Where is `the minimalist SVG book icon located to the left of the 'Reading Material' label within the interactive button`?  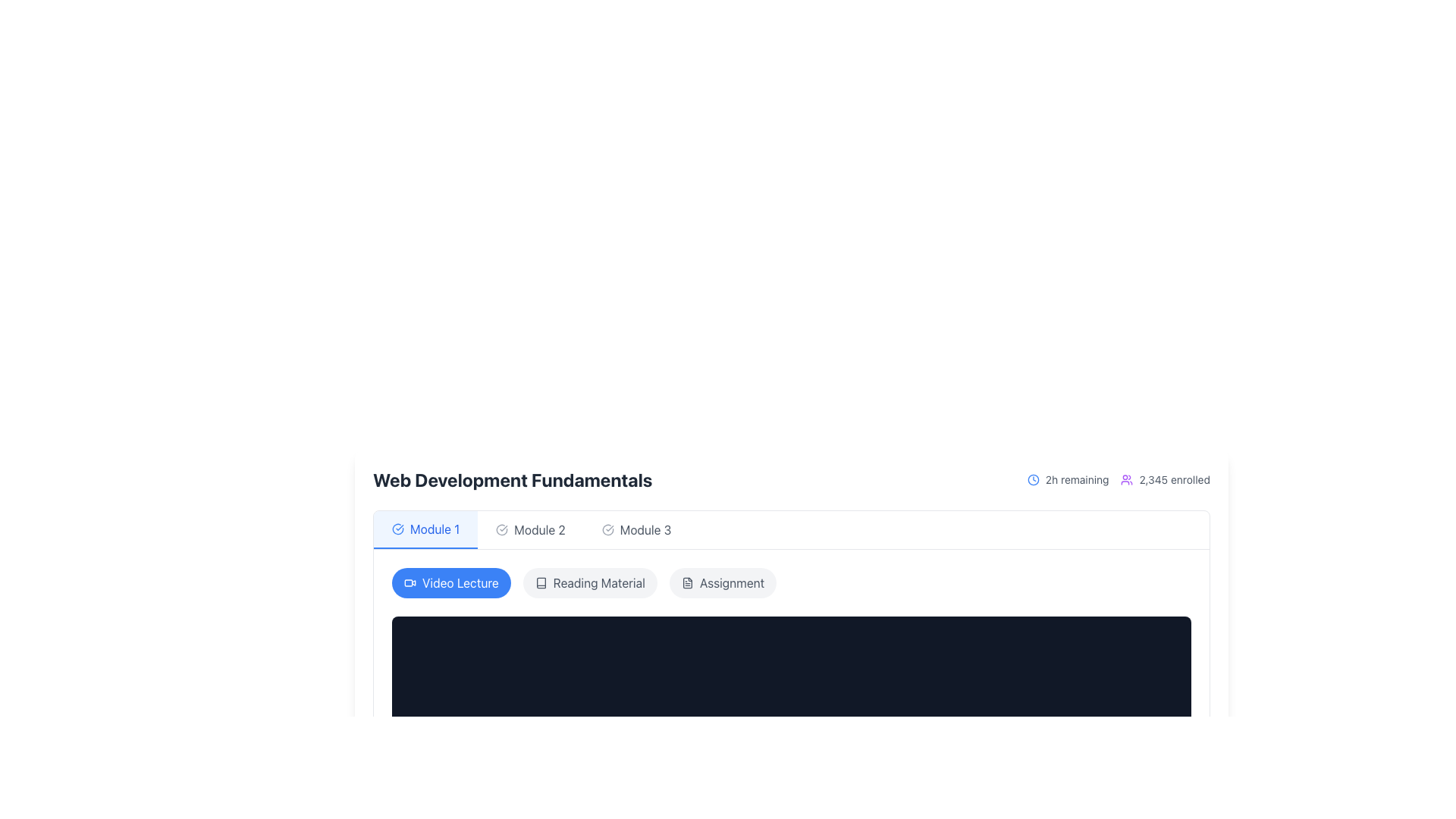
the minimalist SVG book icon located to the left of the 'Reading Material' label within the interactive button is located at coordinates (541, 582).